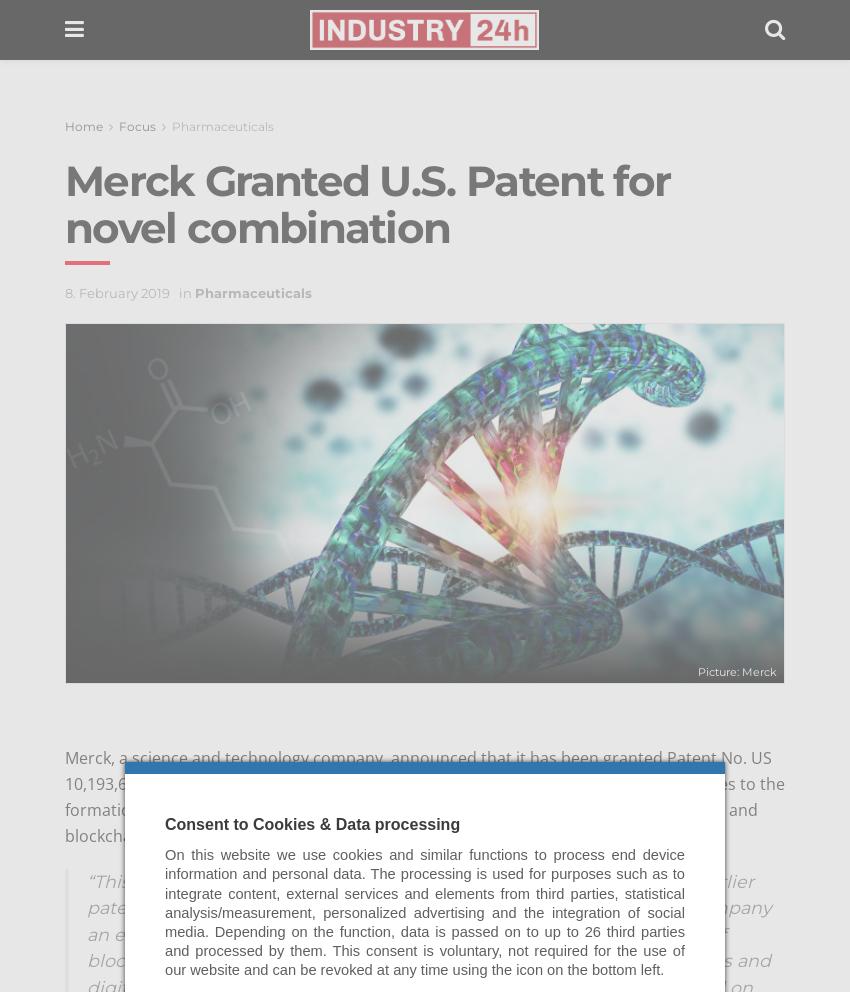 This screenshot has width=850, height=992. What do you see at coordinates (425, 795) in the screenshot?
I see `'Mer­ck, a sci­ence and tech­nol­o­gy com­pa­ny, announced that it has been grant­ed Patent No. US 10,193,695 by the Unit­ed States Patent and Trade­mark Office (USPTO). The patent relates to the for­ma­tion of ‘cryp­to-objects’, a nov­el secu­ri­ty pro­ce­dure link­ing Arti­fi­cial Intel­li­gence (AI) and blockchain technology.'` at bounding box center [425, 795].